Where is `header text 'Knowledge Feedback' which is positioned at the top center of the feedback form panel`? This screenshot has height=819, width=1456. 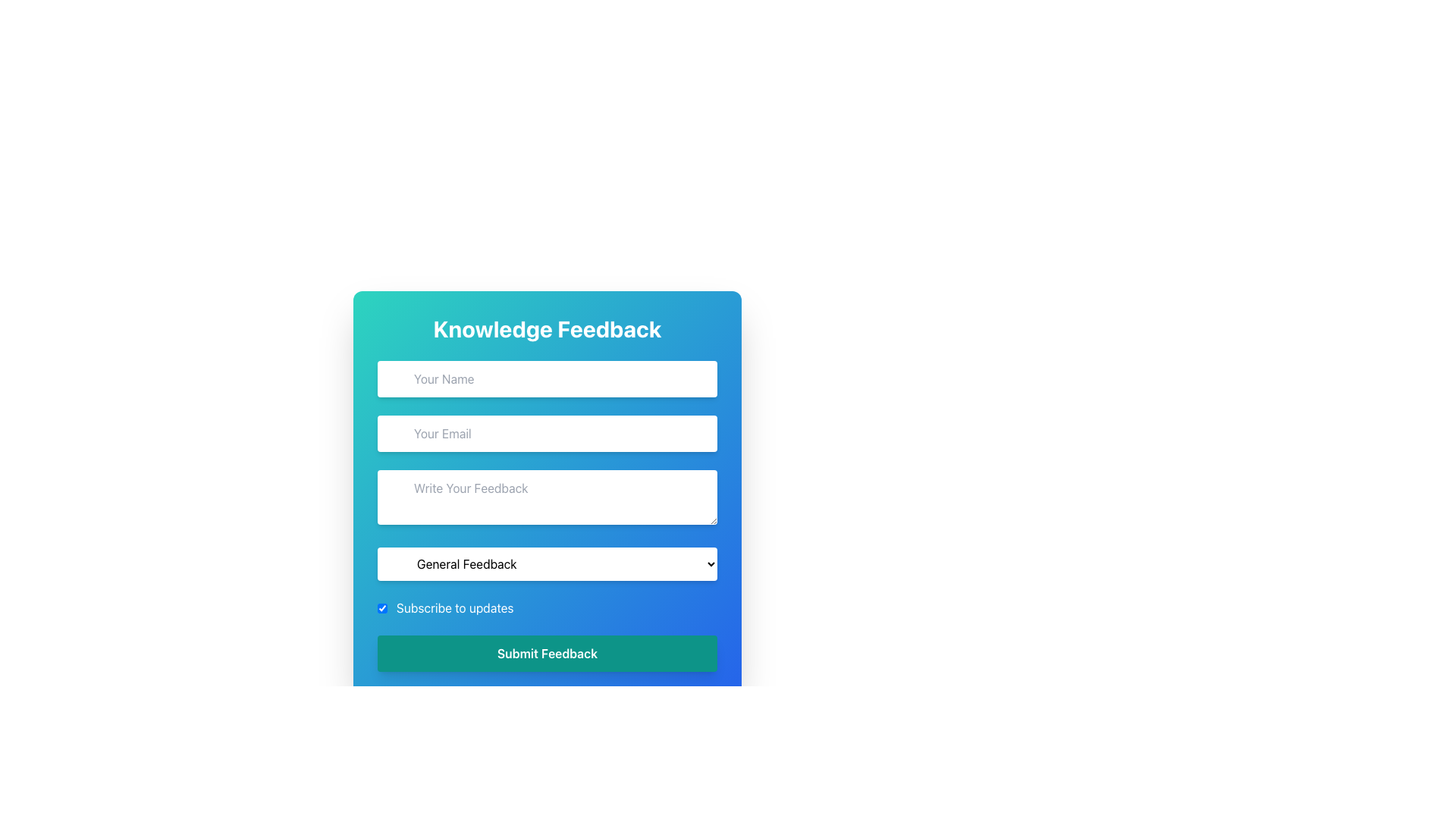
header text 'Knowledge Feedback' which is positioned at the top center of the feedback form panel is located at coordinates (546, 328).